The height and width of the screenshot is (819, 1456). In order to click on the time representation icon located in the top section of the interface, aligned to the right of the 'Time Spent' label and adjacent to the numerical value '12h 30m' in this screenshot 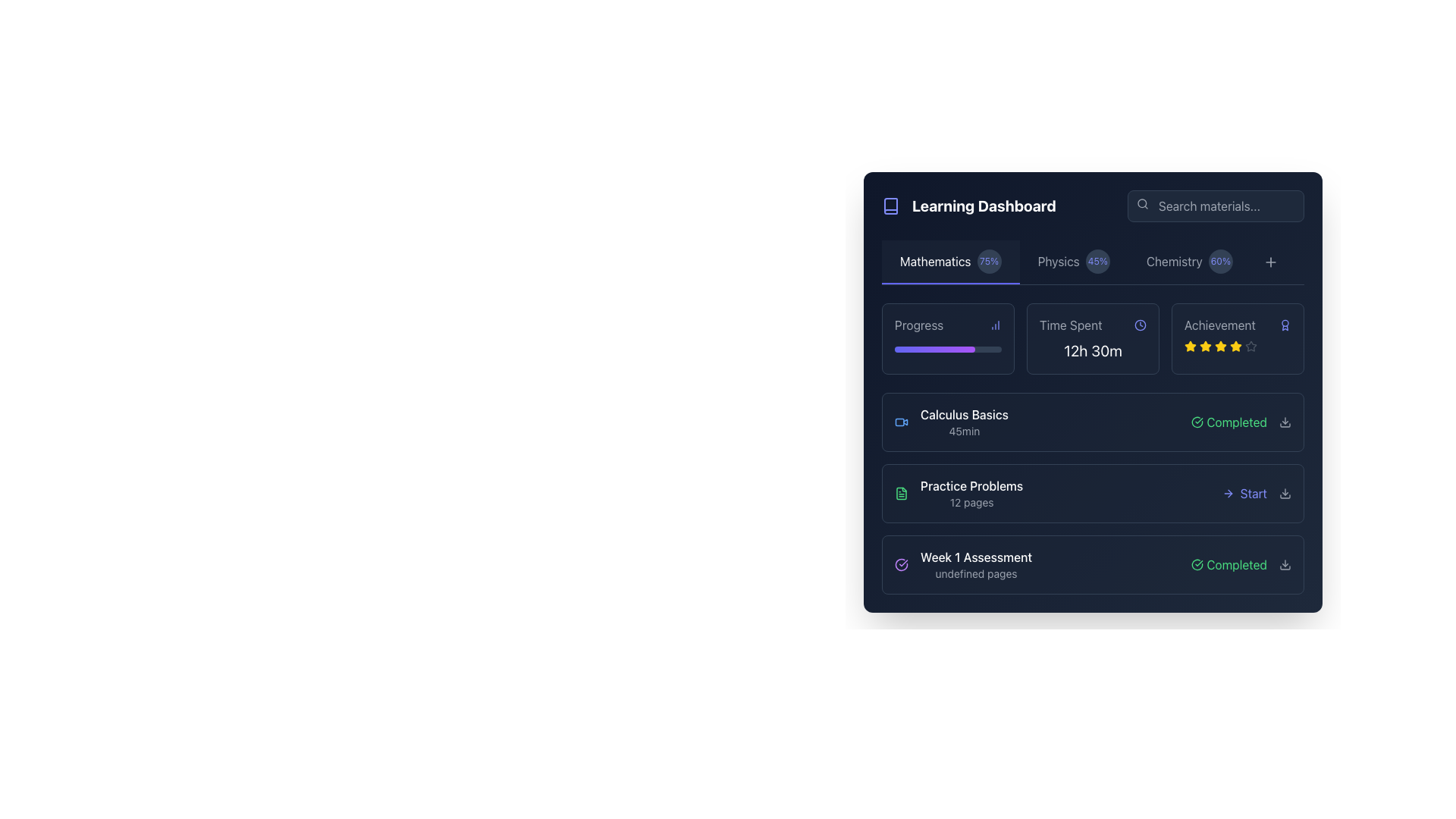, I will do `click(1140, 324)`.